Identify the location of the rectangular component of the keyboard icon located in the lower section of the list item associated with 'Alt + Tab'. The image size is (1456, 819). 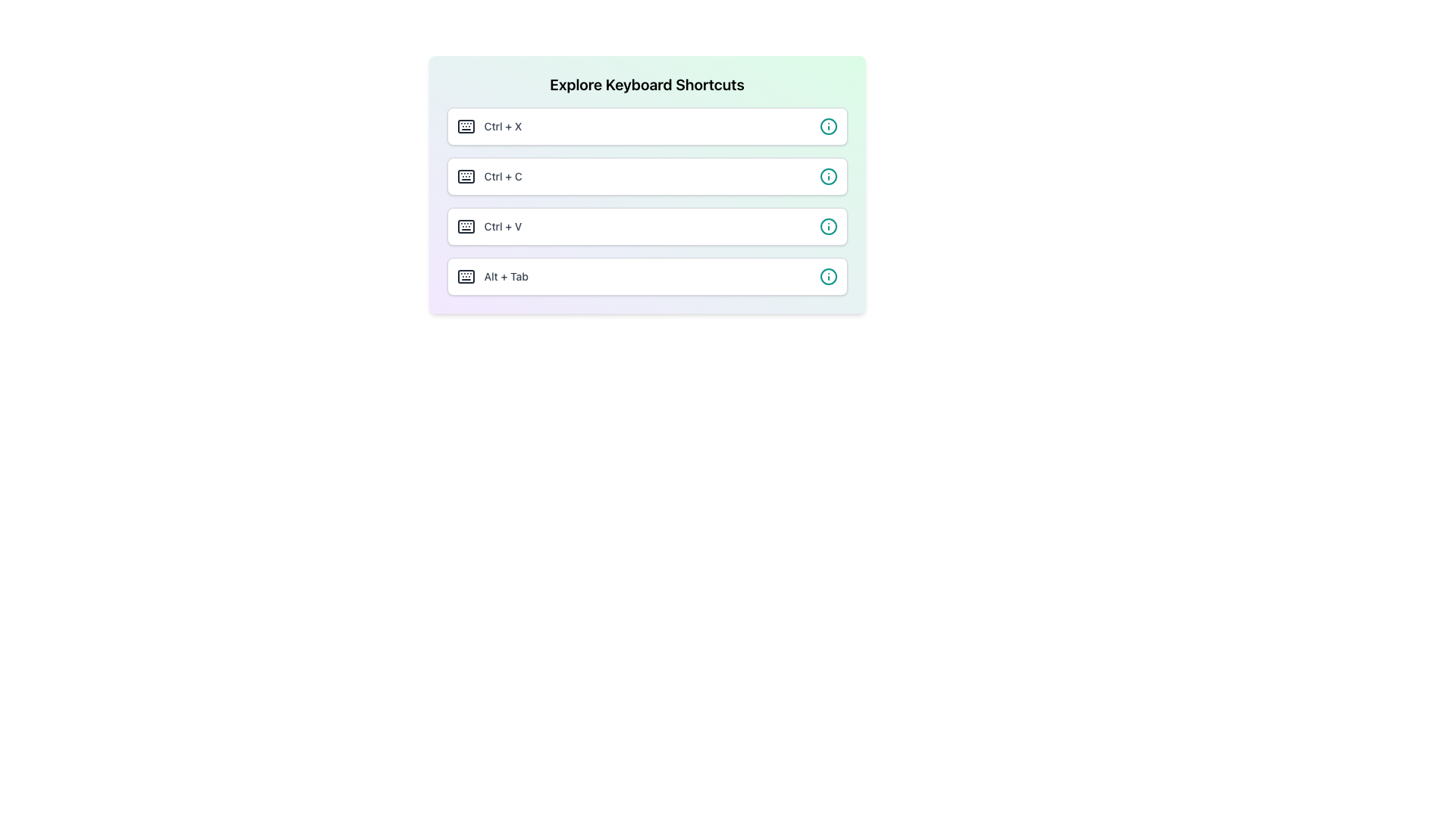
(465, 277).